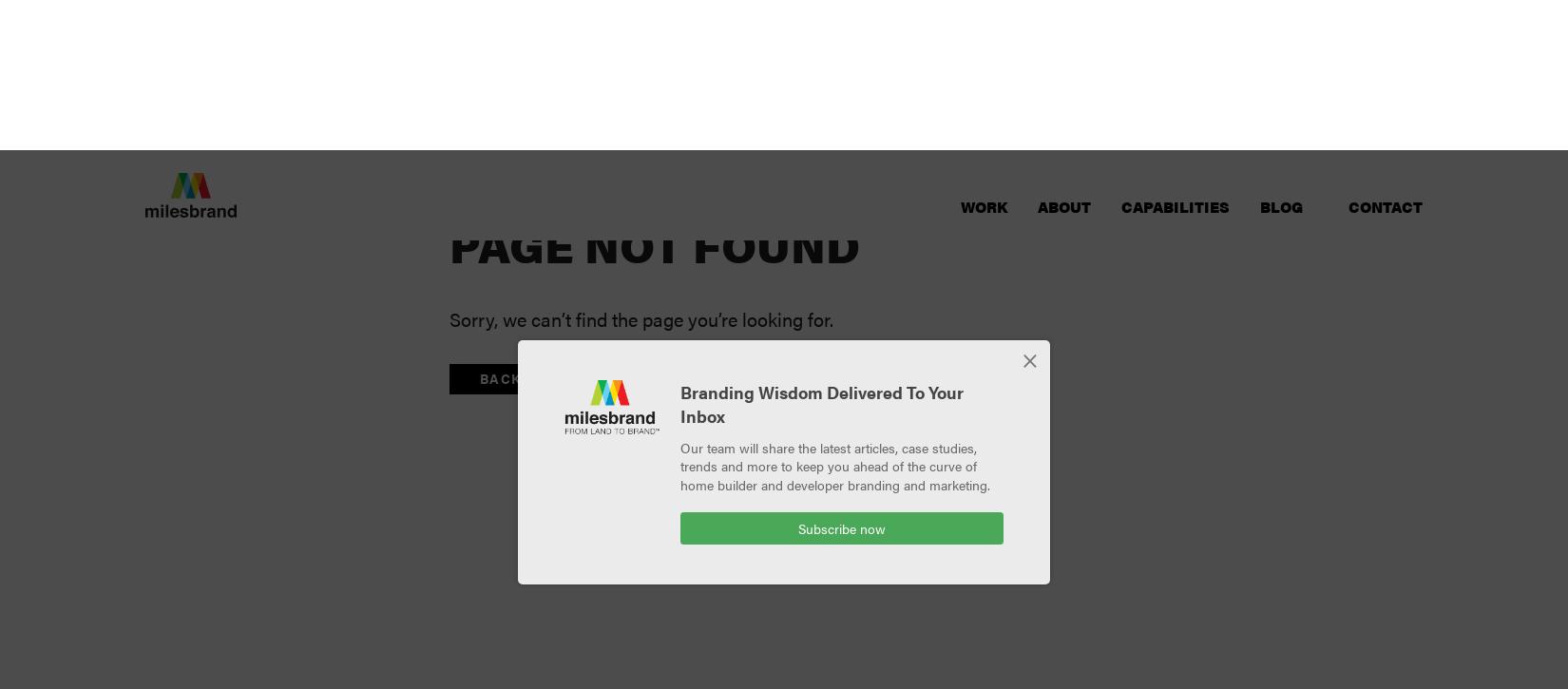 The image size is (1568, 689). I want to click on 'Capabilities', so click(1121, 56).